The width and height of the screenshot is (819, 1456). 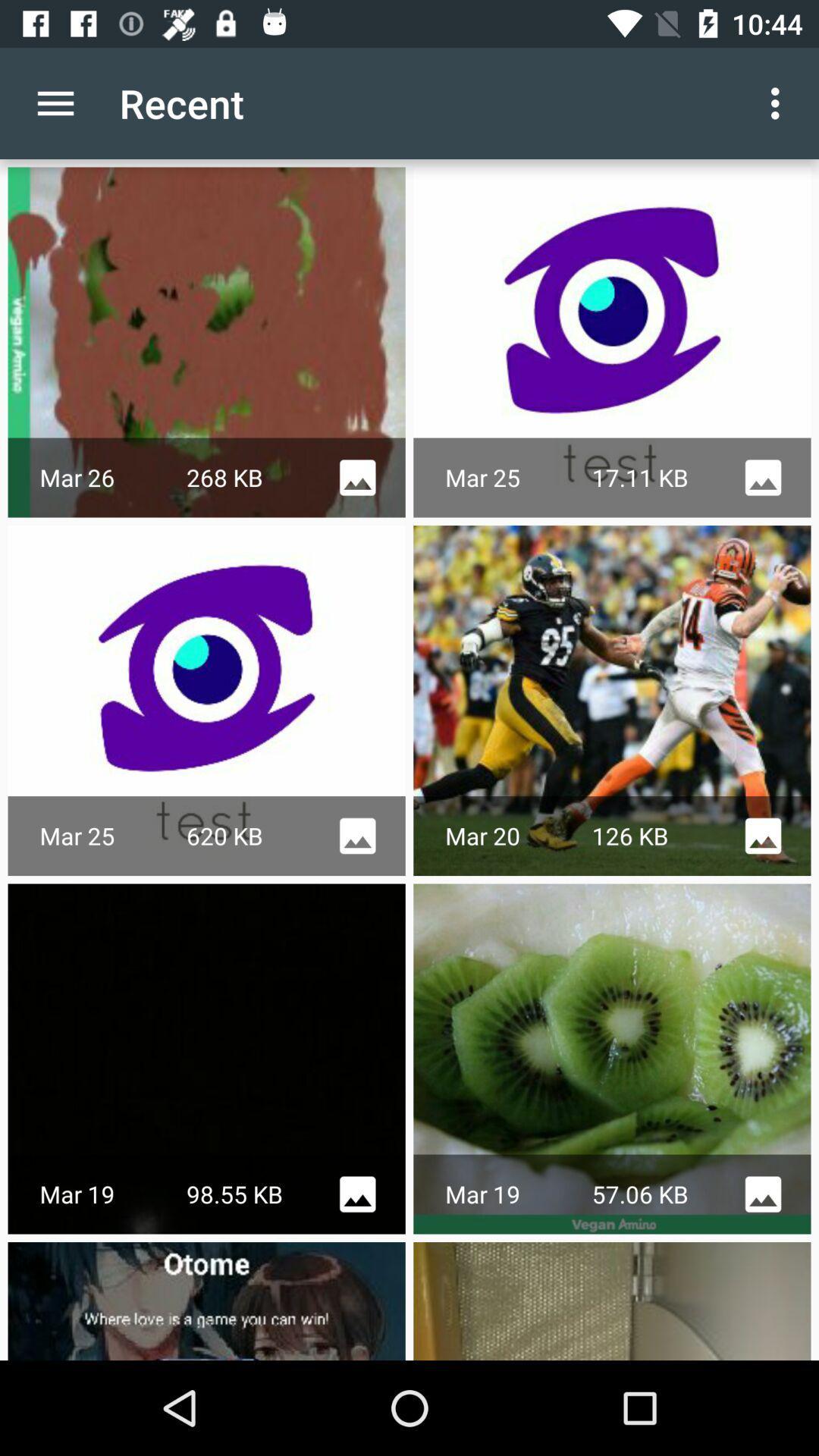 I want to click on the image below recent, so click(x=207, y=341).